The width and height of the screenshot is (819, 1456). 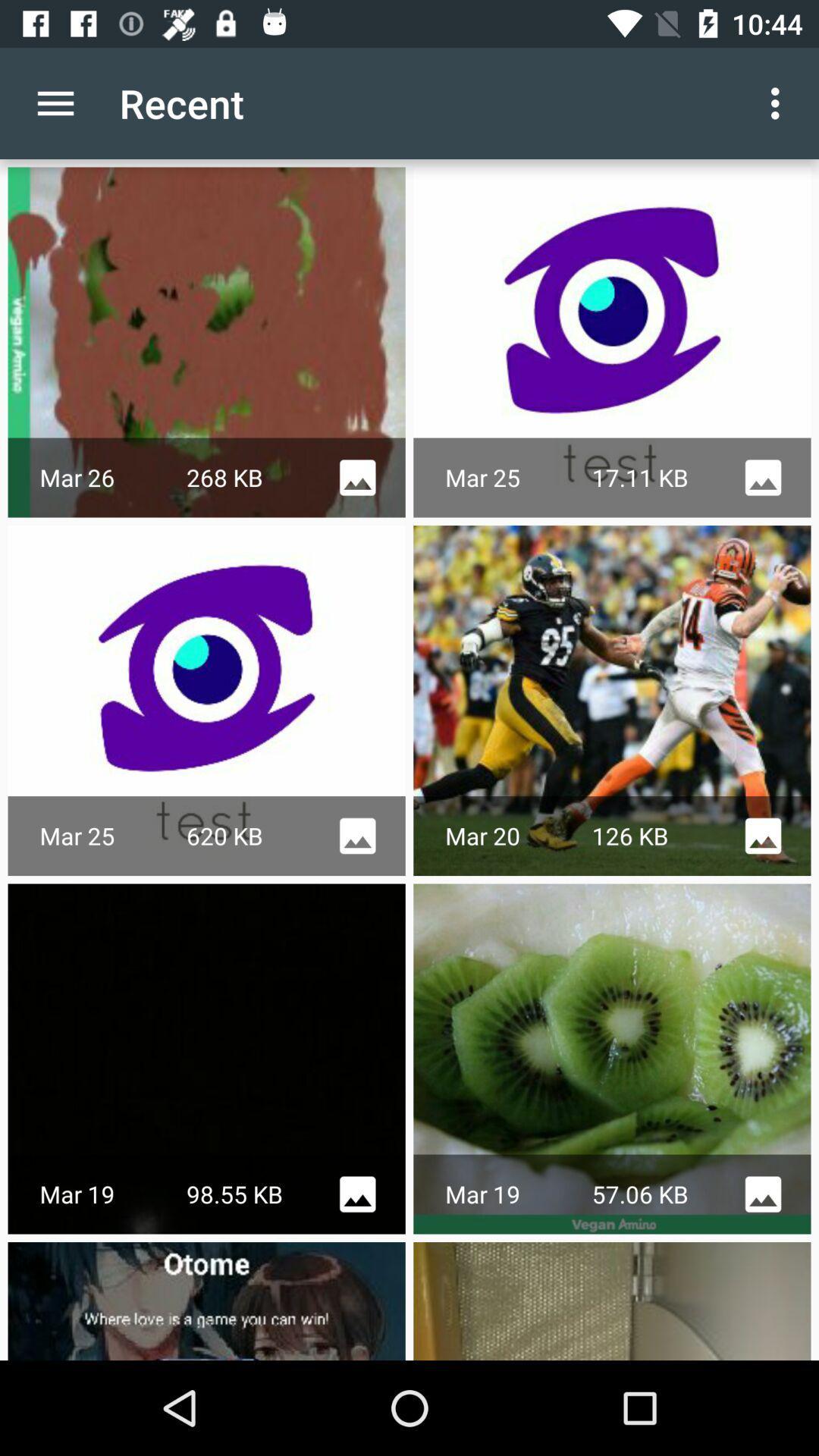 I want to click on the image below recent, so click(x=207, y=341).